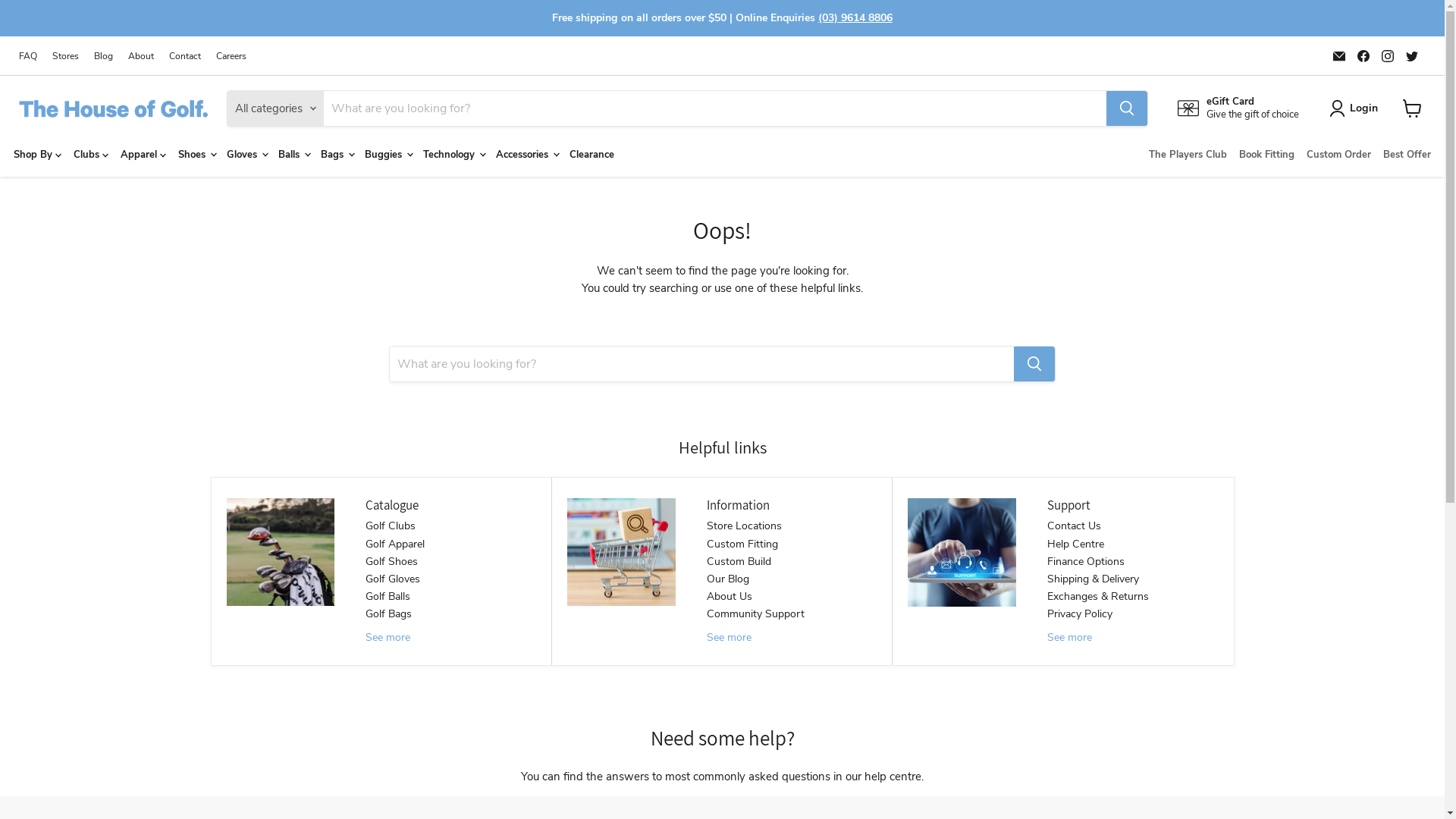 This screenshot has width=1456, height=819. What do you see at coordinates (231, 55) in the screenshot?
I see `'Careers'` at bounding box center [231, 55].